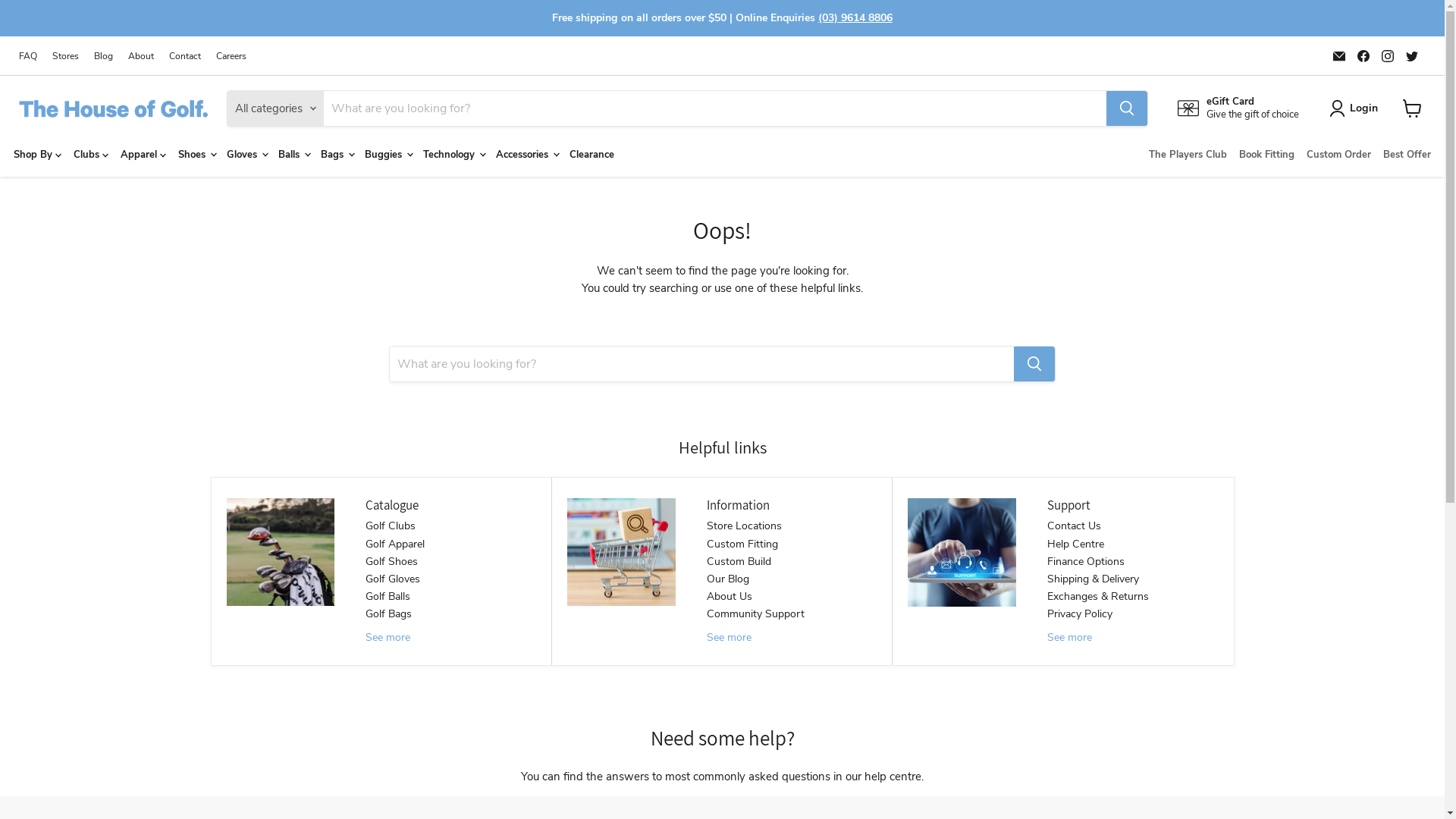 This screenshot has width=1456, height=819. What do you see at coordinates (231, 55) in the screenshot?
I see `'Careers'` at bounding box center [231, 55].